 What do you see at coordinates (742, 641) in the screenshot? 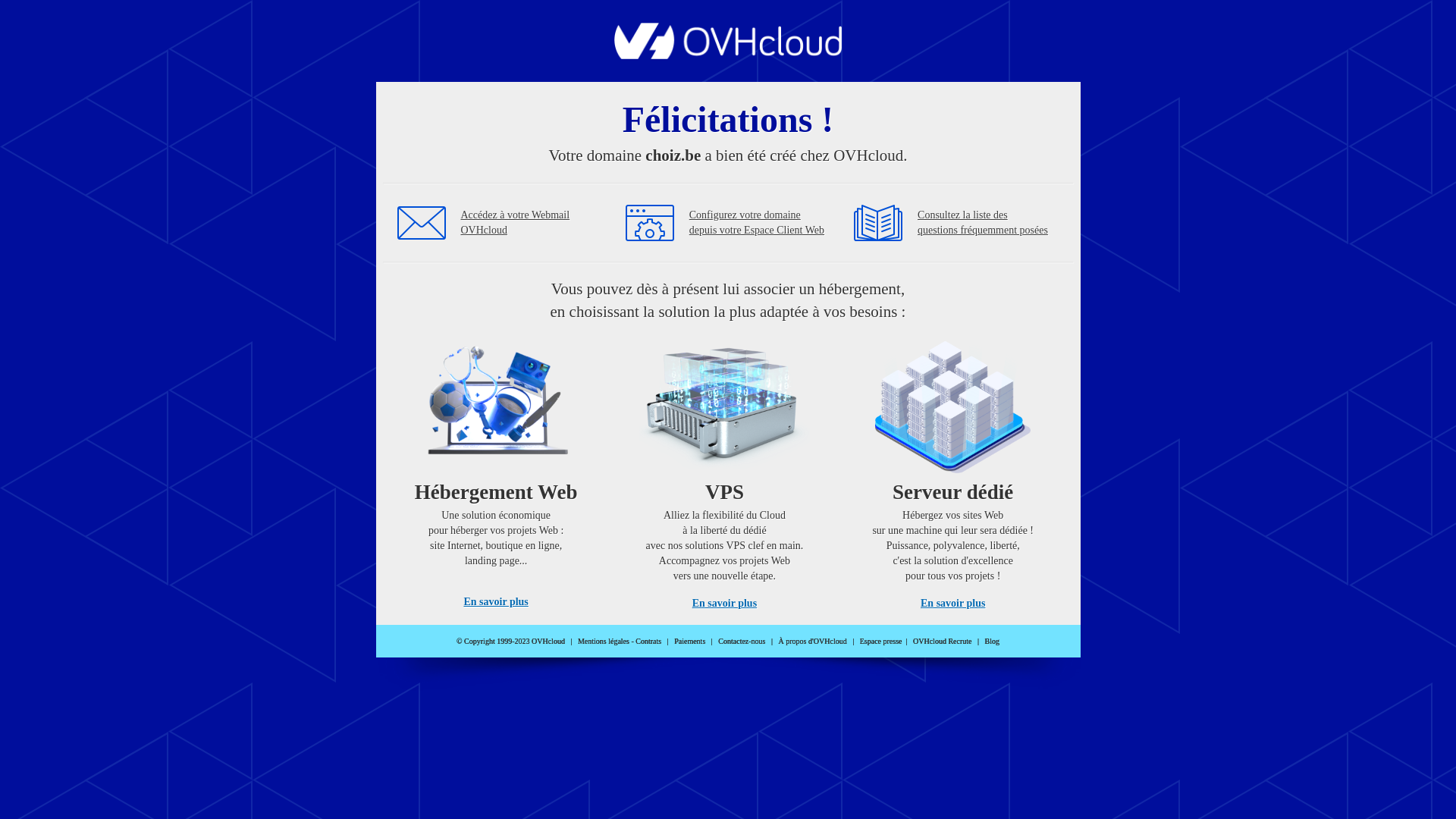
I see `'Contactez-nous'` at bounding box center [742, 641].